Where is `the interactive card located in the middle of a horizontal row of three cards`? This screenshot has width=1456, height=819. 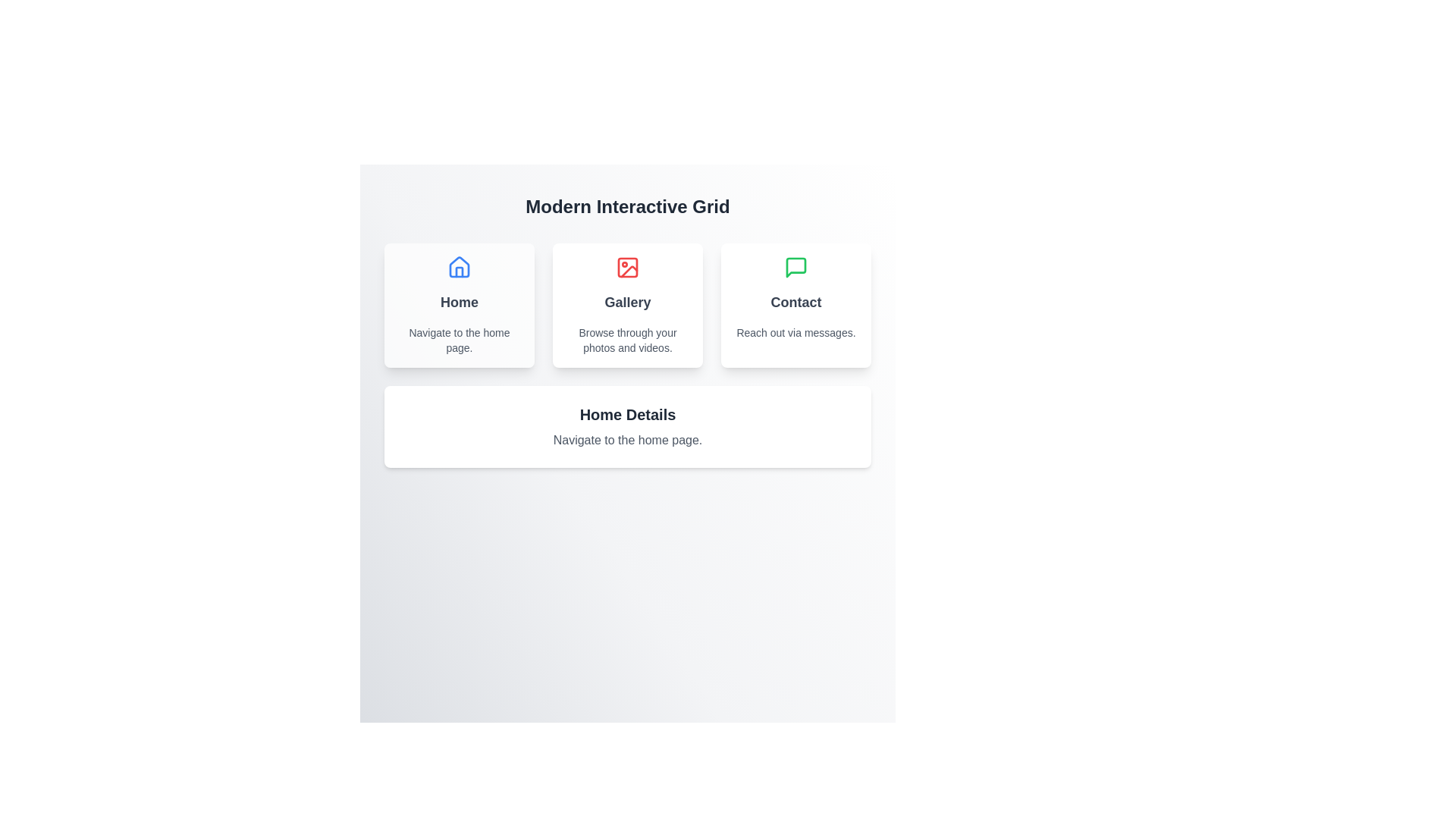
the interactive card located in the middle of a horizontal row of three cards is located at coordinates (628, 305).